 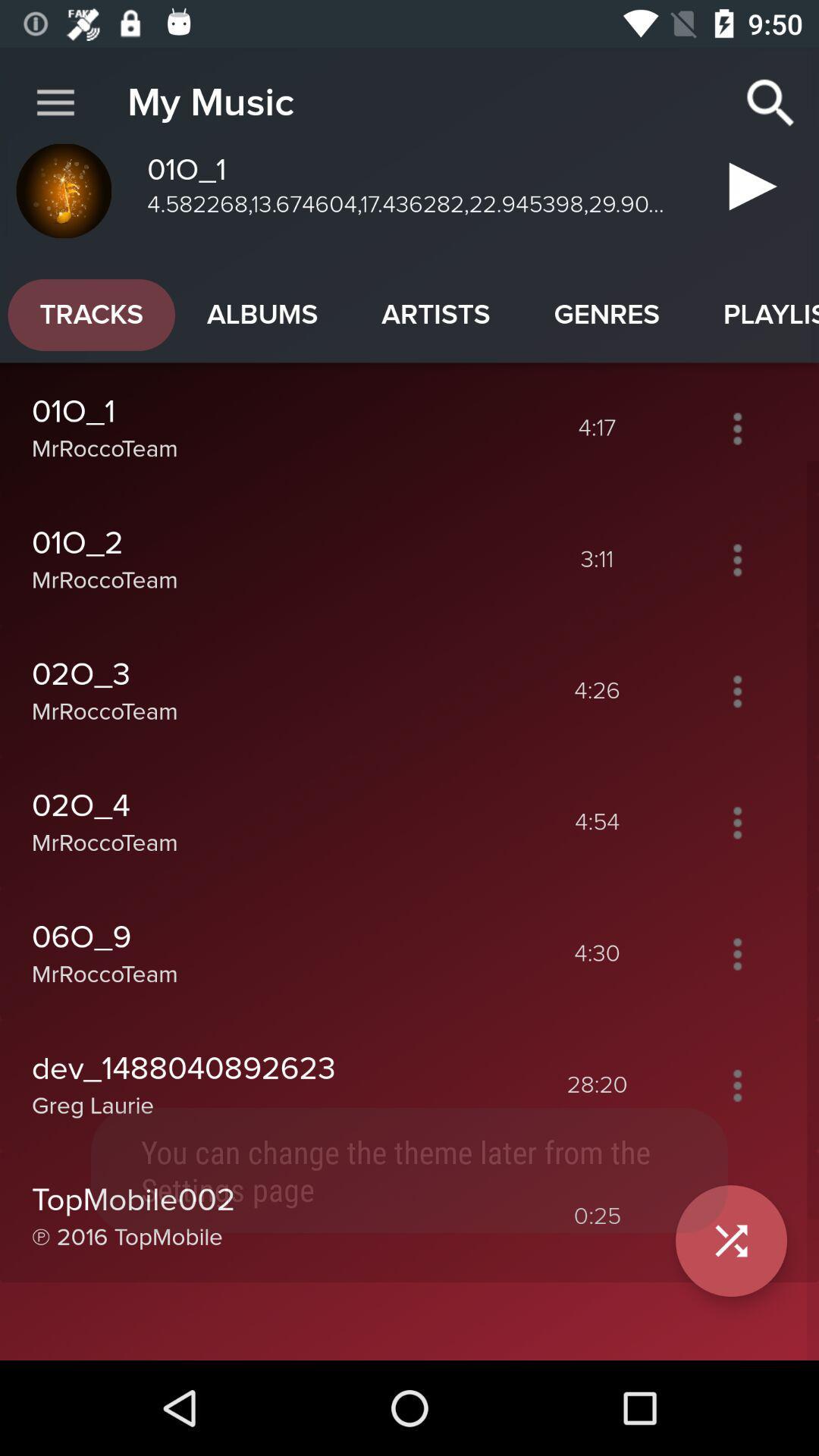 What do you see at coordinates (736, 821) in the screenshot?
I see `more information on 02o_4` at bounding box center [736, 821].